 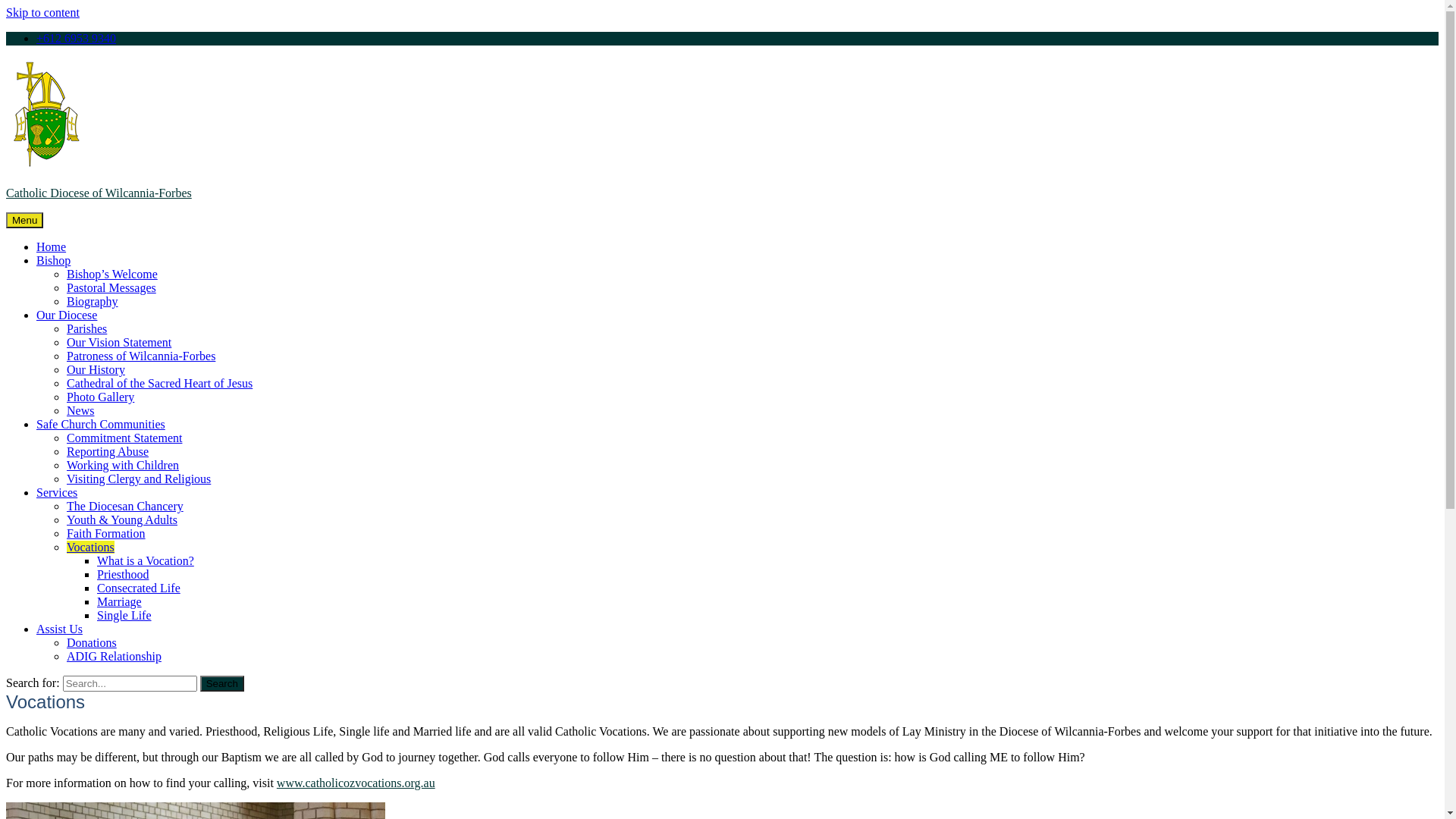 What do you see at coordinates (24, 220) in the screenshot?
I see `'Menu'` at bounding box center [24, 220].